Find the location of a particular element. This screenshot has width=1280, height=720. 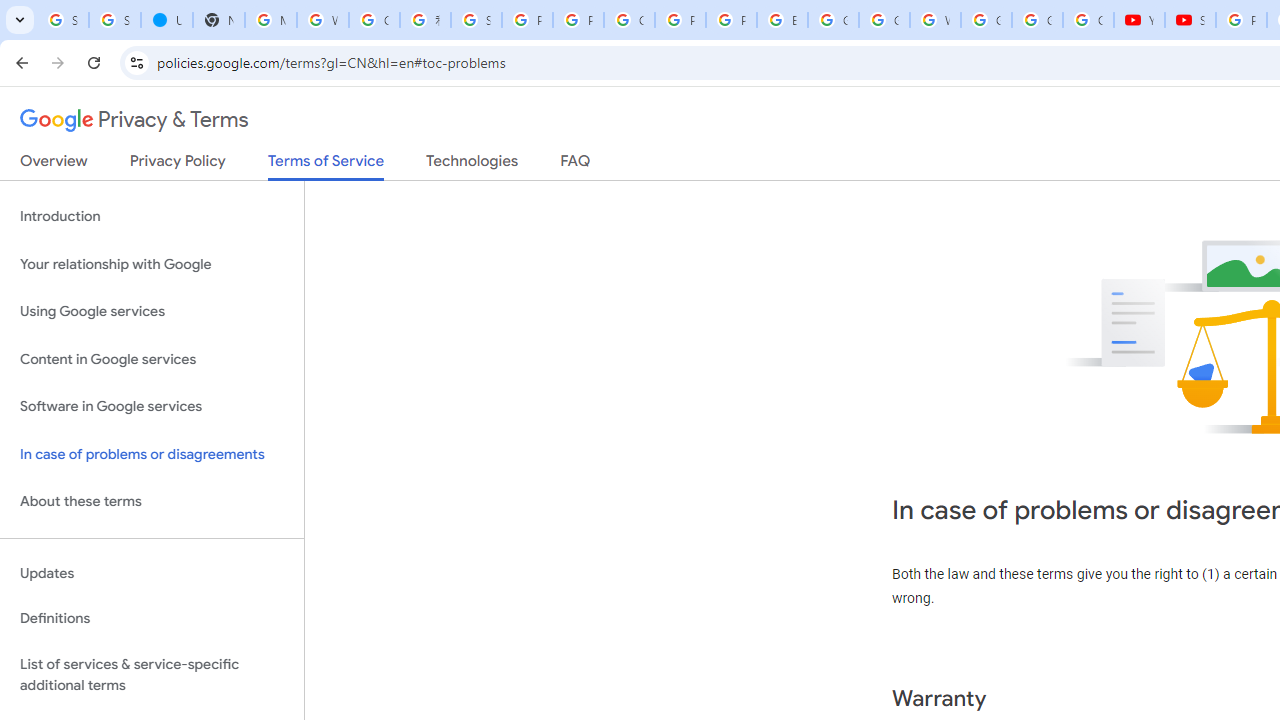

'Google Slides: Sign-in' is located at coordinates (833, 20).